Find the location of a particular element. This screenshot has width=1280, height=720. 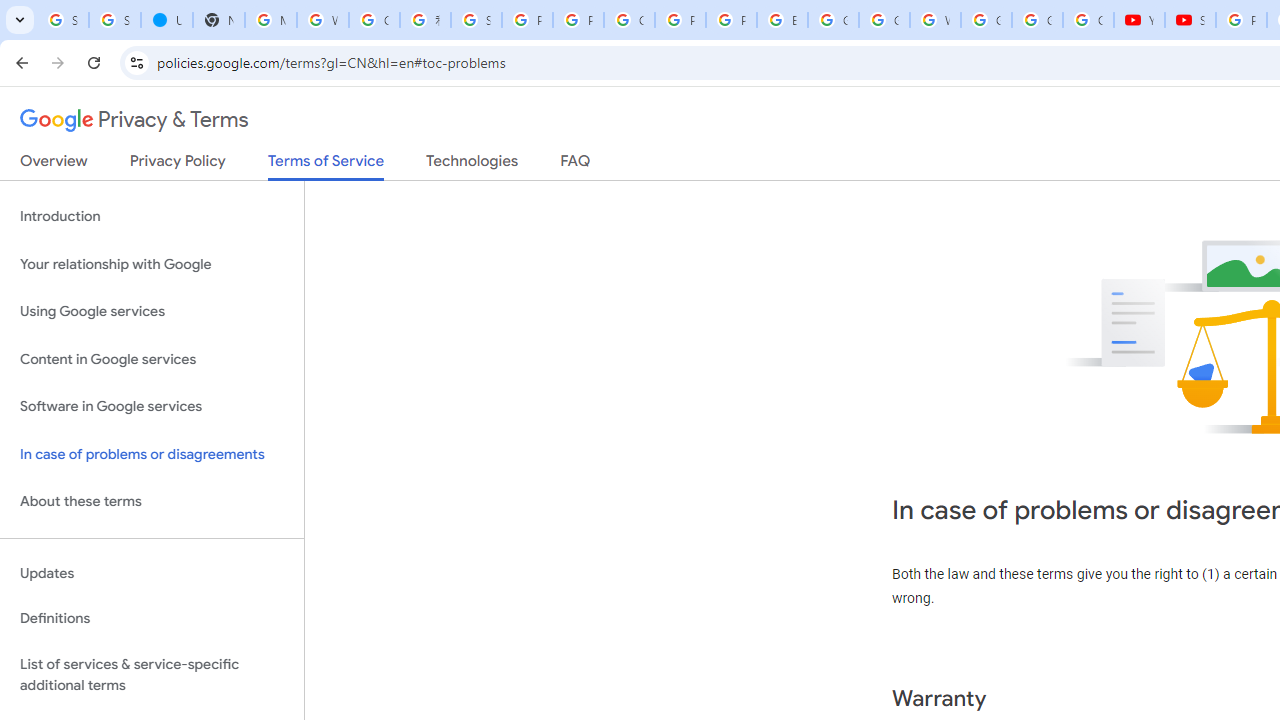

'Google Slides: Sign-in' is located at coordinates (833, 20).